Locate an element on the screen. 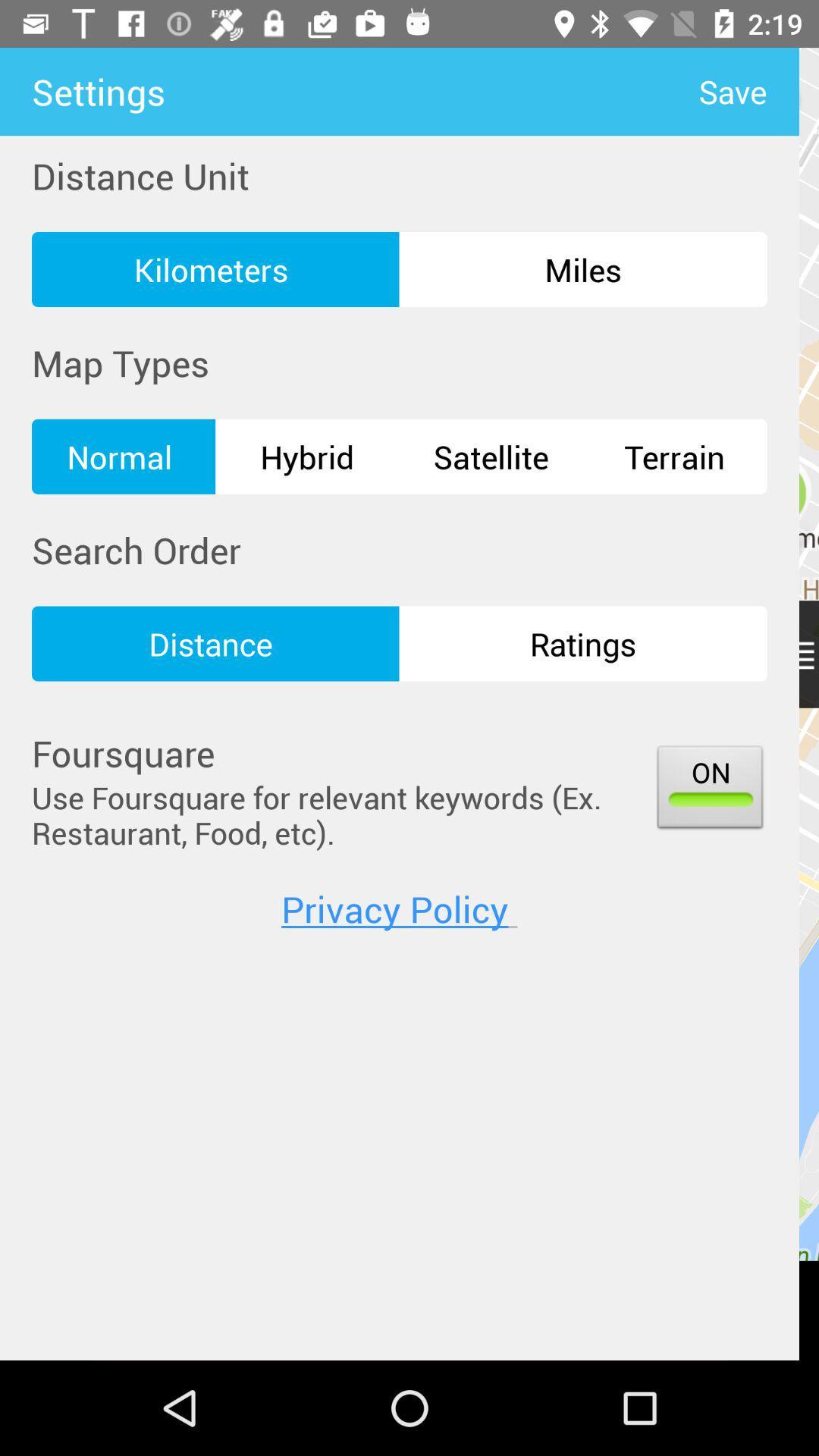 The image size is (819, 1456). the icon above the search order item is located at coordinates (123, 456).